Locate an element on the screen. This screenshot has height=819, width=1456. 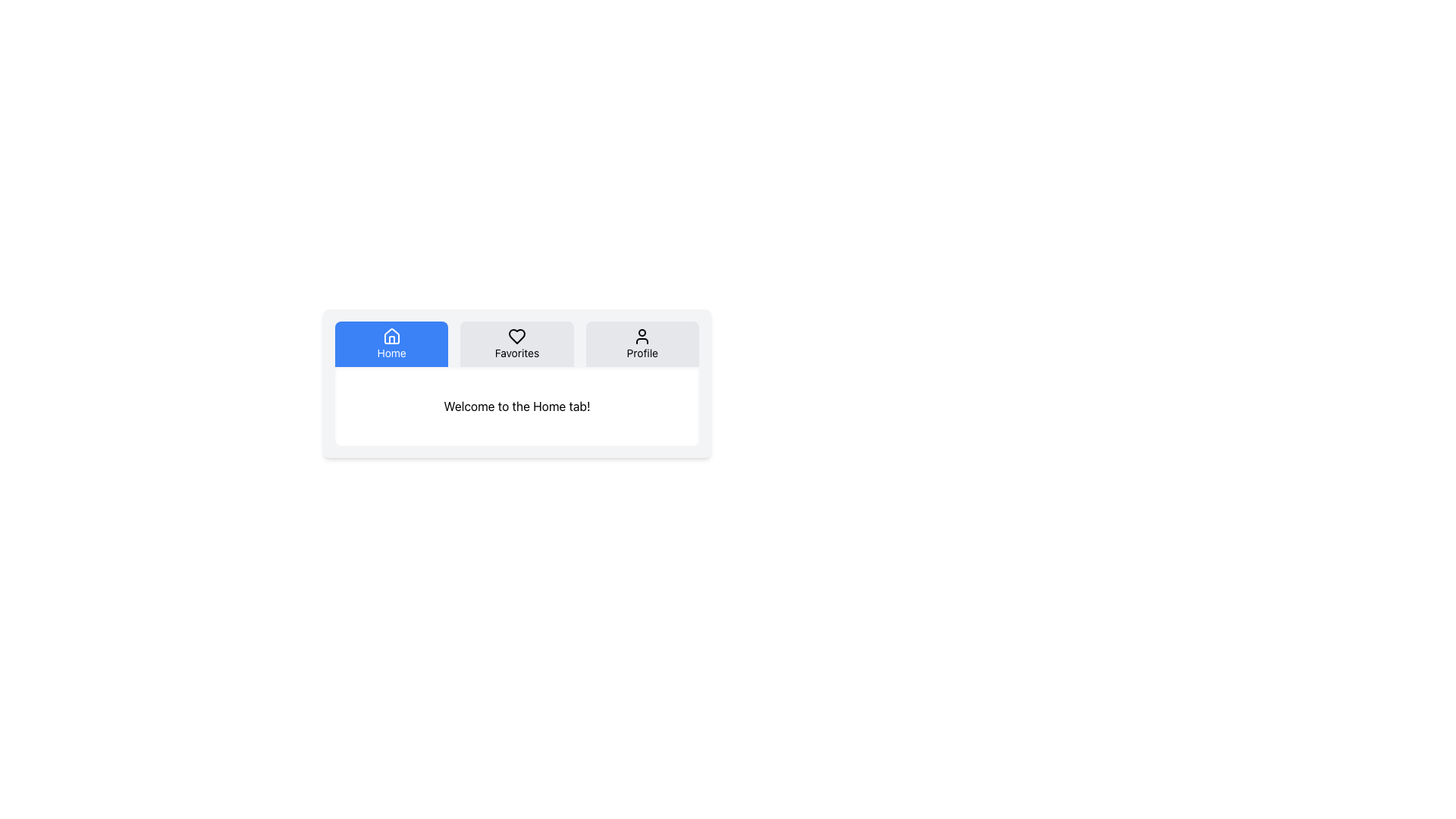
the 'Home' button, which is a rectangular button with rounded corners, blue background, and white text/icon, to trigger associated hover effects is located at coordinates (391, 344).